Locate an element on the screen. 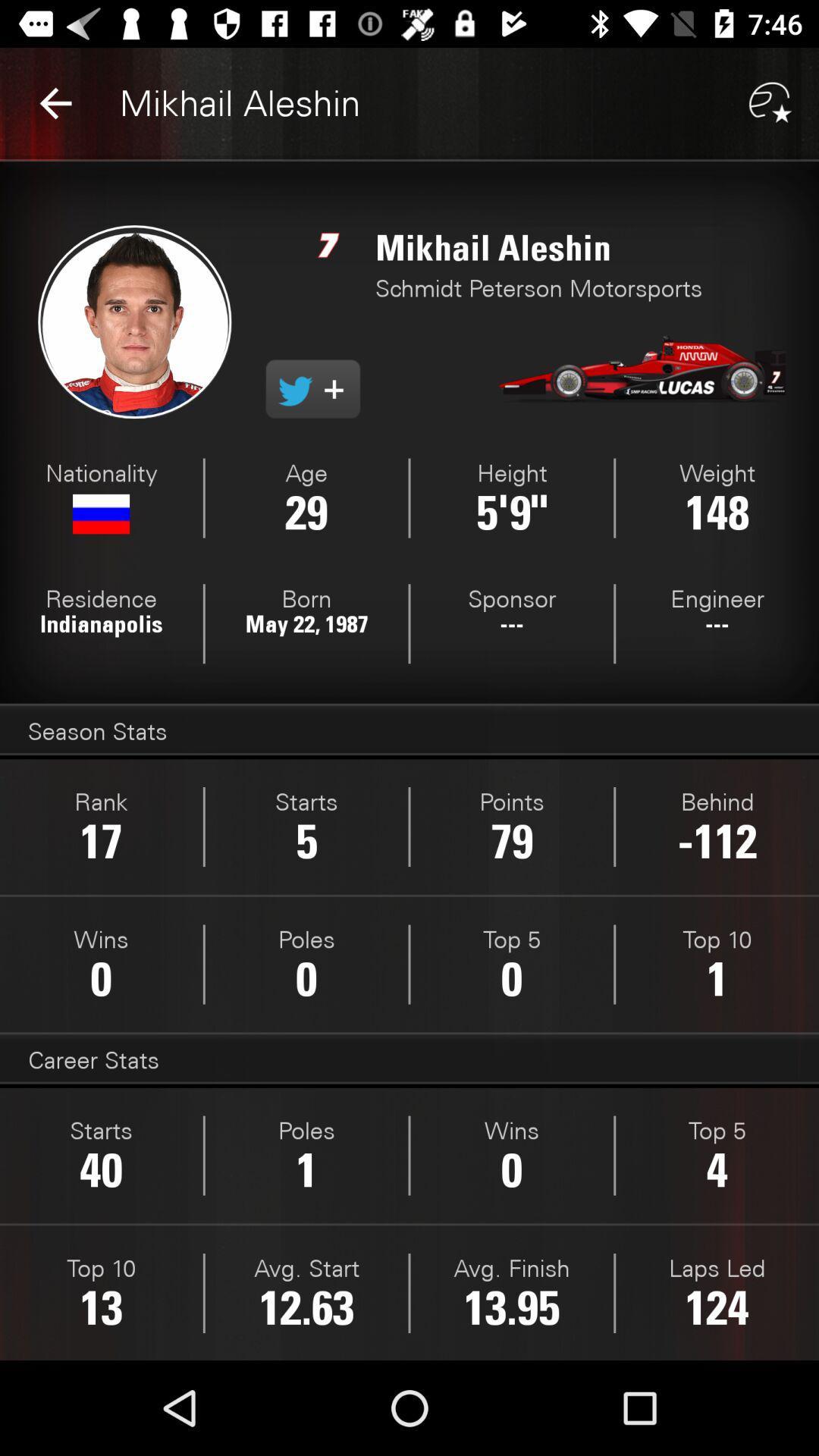  follow on twitter is located at coordinates (312, 389).